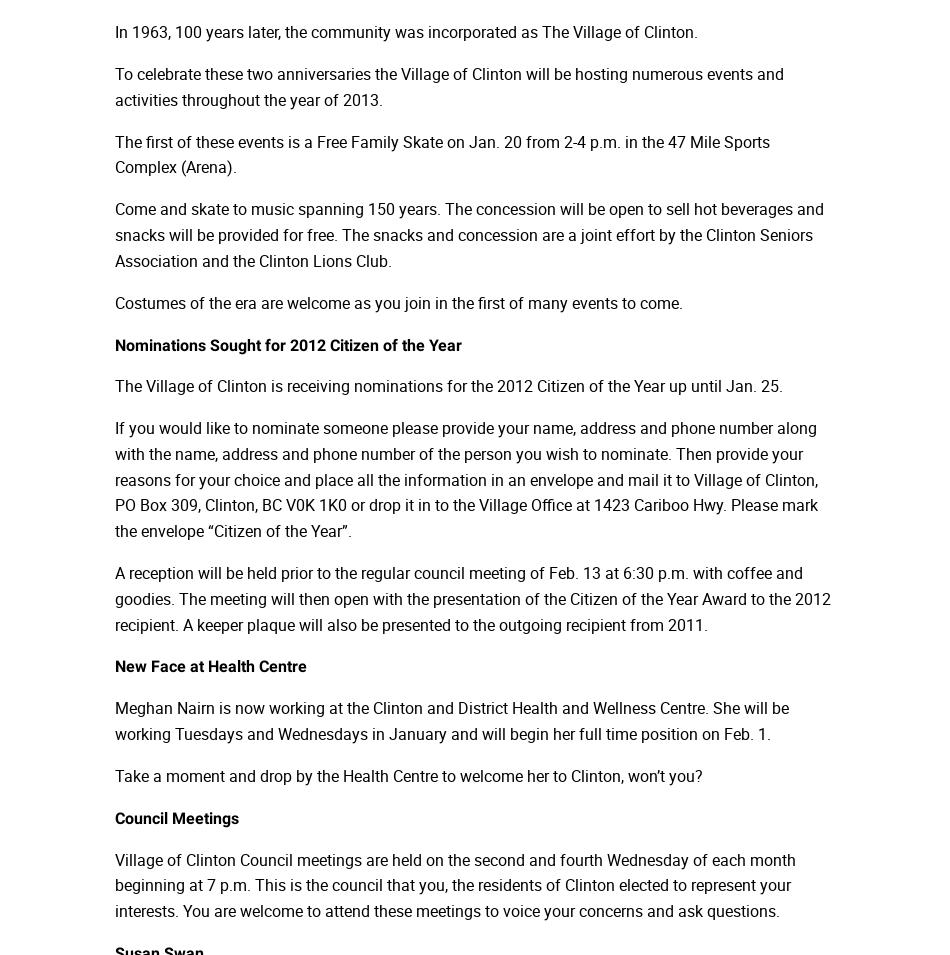 The width and height of the screenshot is (950, 955). What do you see at coordinates (447, 385) in the screenshot?
I see `'The Village of Clinton is receiving nominations for the 2012 Citizen of the Year up until Jan. 25.'` at bounding box center [447, 385].